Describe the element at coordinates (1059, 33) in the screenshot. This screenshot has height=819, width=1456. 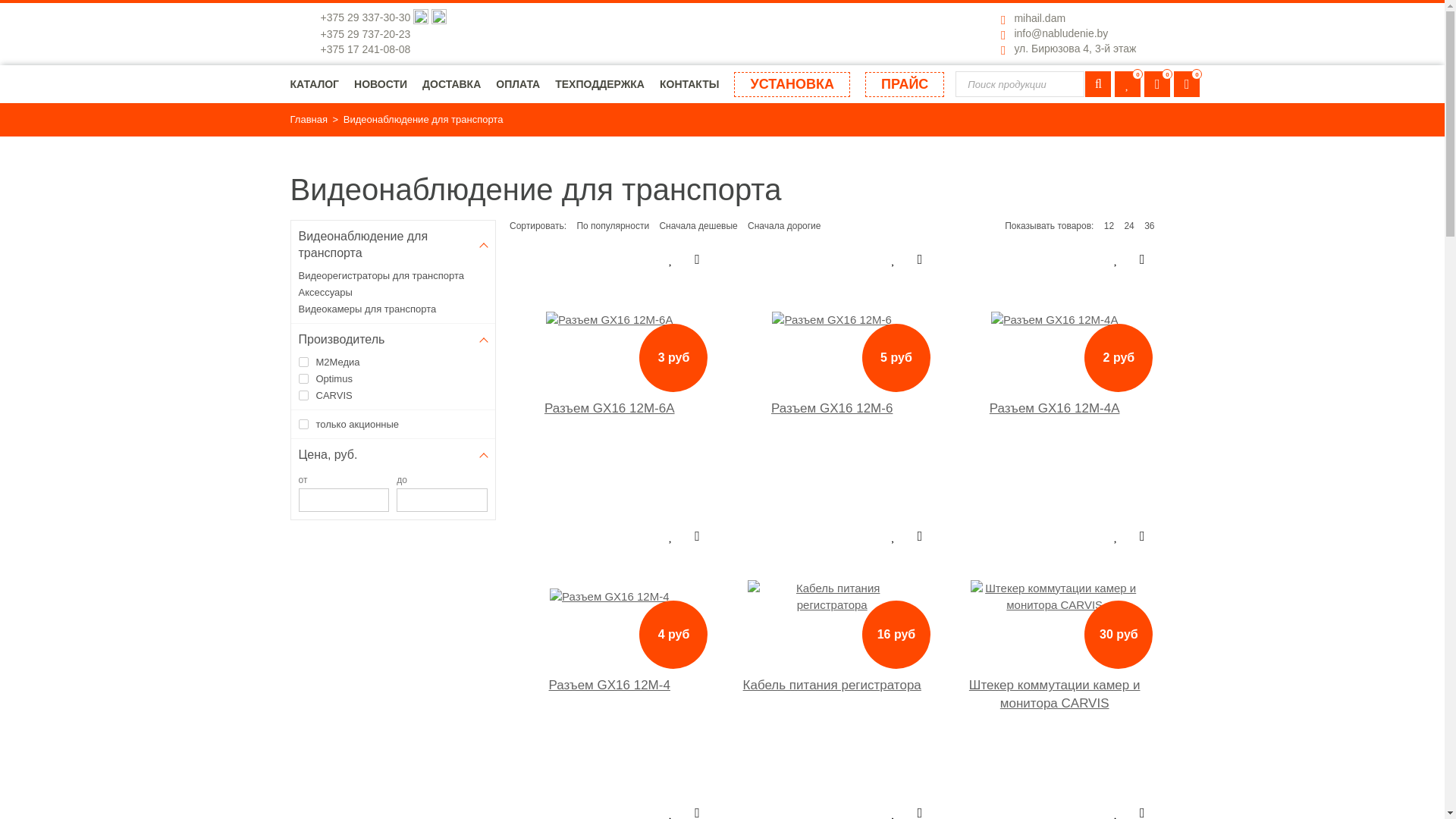
I see `'info@nabludenie.by'` at that location.